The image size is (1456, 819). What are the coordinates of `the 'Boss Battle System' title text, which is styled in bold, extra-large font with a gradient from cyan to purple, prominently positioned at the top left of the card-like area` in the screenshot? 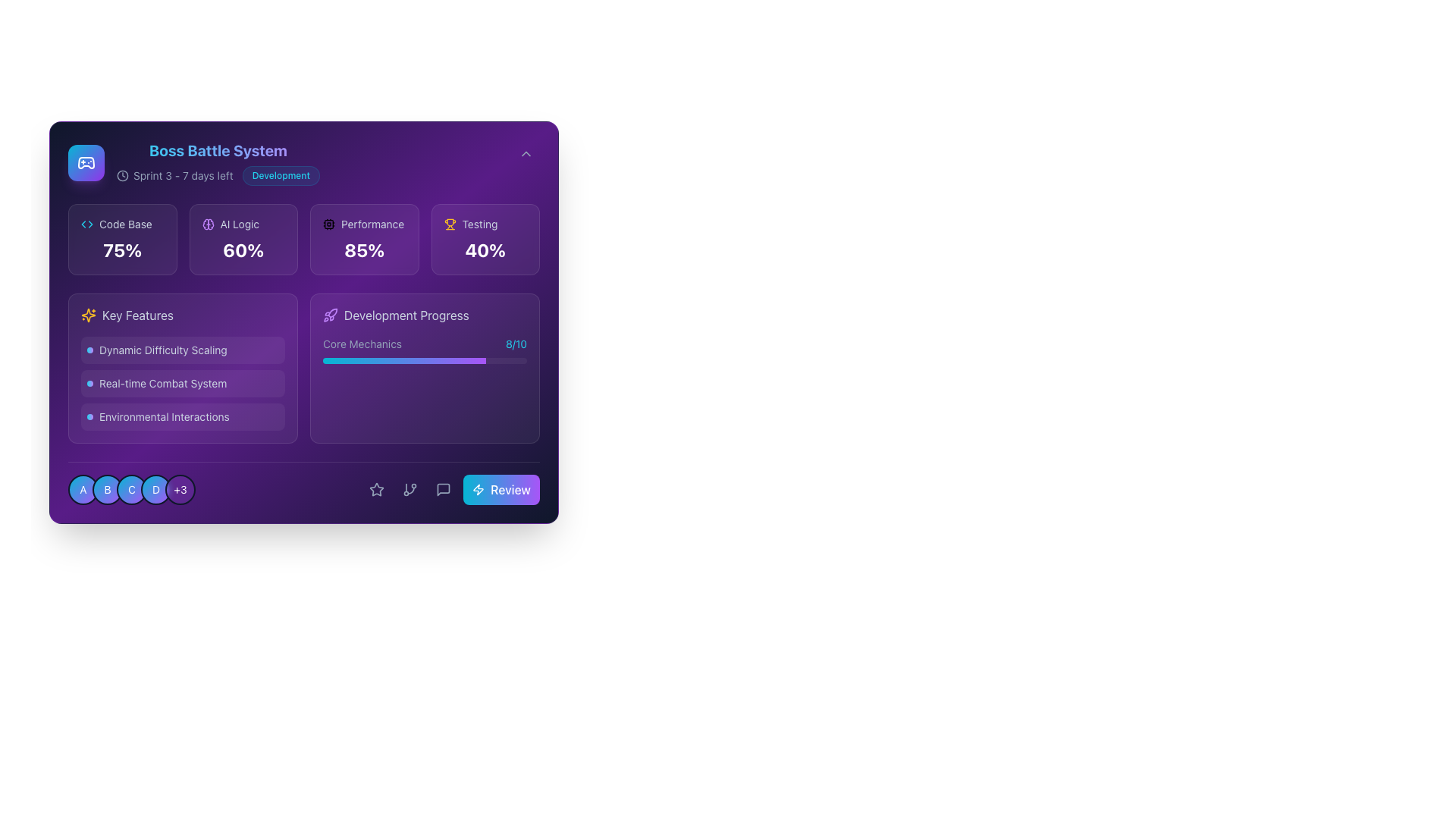 It's located at (218, 151).